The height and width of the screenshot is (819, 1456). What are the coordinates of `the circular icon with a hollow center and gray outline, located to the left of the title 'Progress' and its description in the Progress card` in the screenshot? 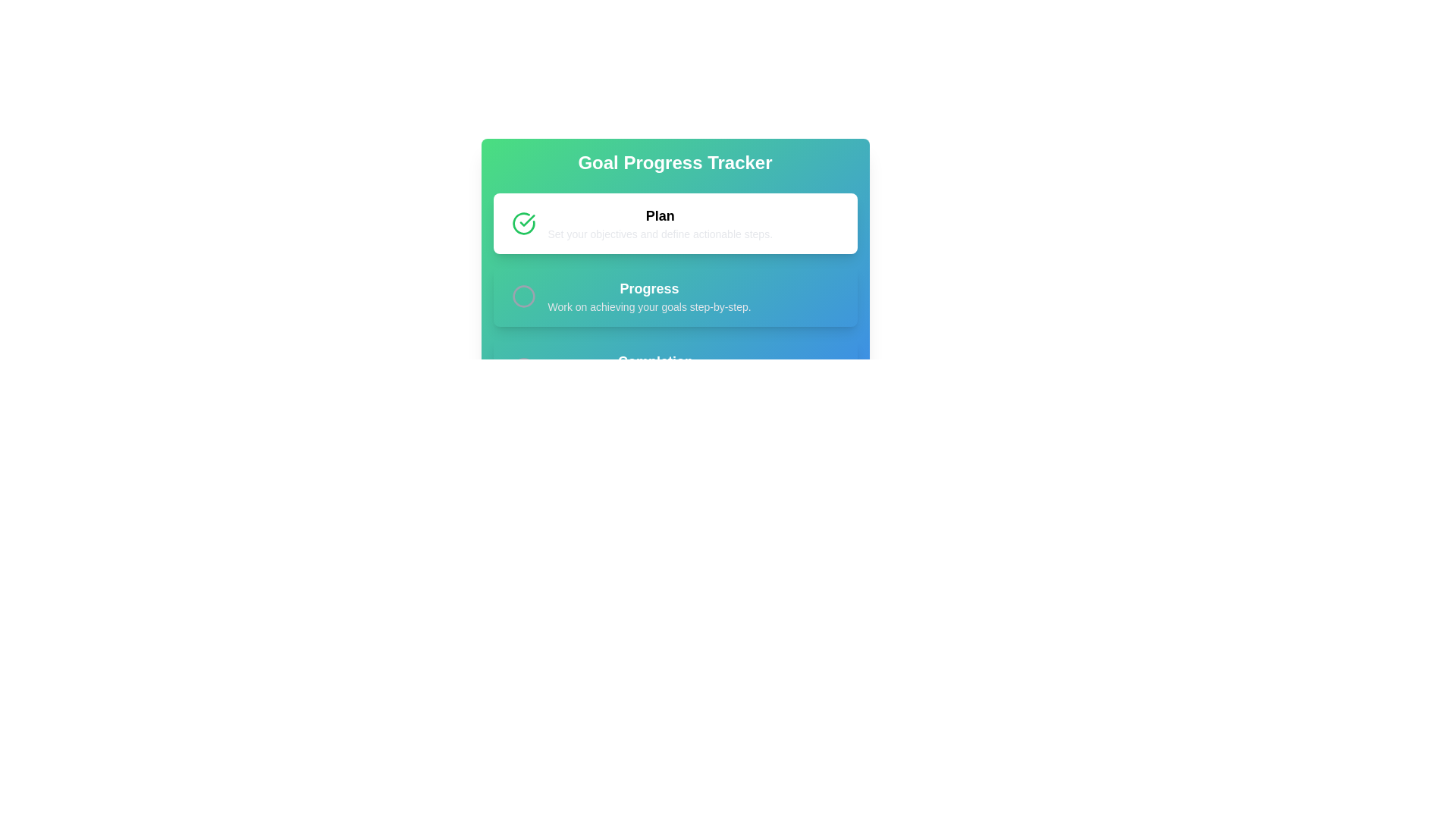 It's located at (523, 296).